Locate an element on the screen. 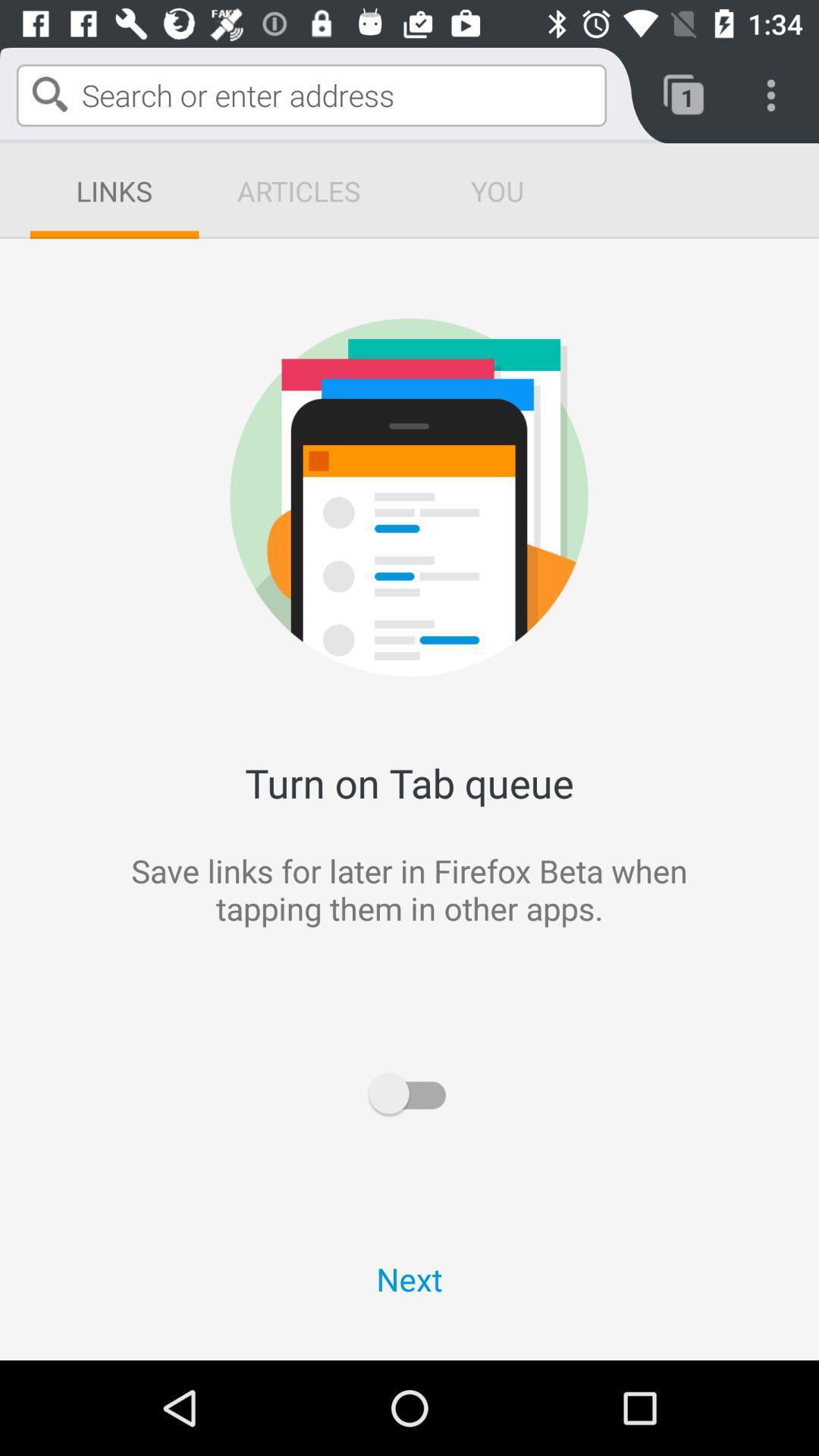 Image resolution: width=819 pixels, height=1456 pixels. the text below turn on tab queue is located at coordinates (607, 950).